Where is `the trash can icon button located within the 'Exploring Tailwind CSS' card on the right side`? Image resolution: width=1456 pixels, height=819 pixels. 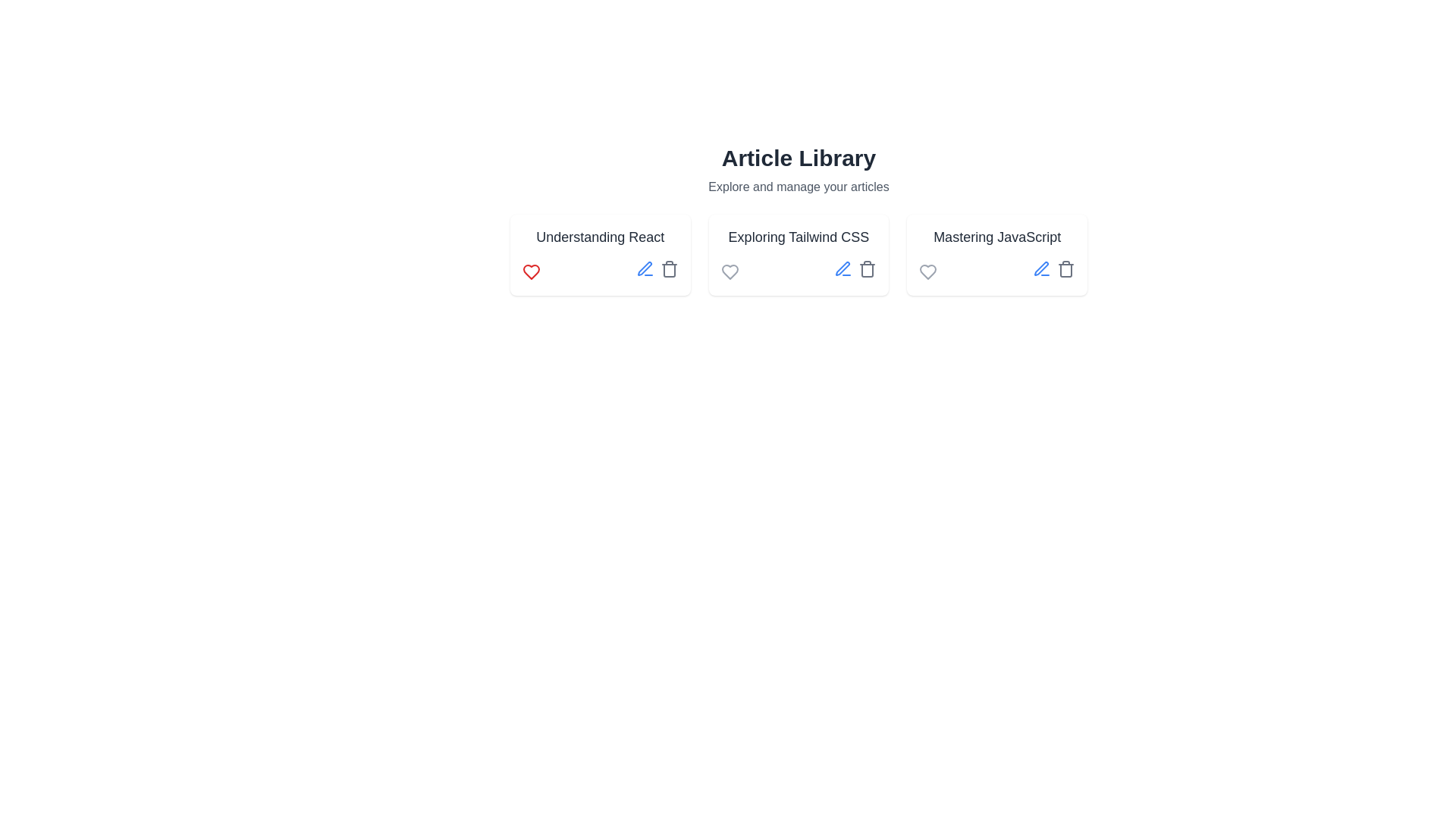
the trash can icon button located within the 'Exploring Tailwind CSS' card on the right side is located at coordinates (868, 268).